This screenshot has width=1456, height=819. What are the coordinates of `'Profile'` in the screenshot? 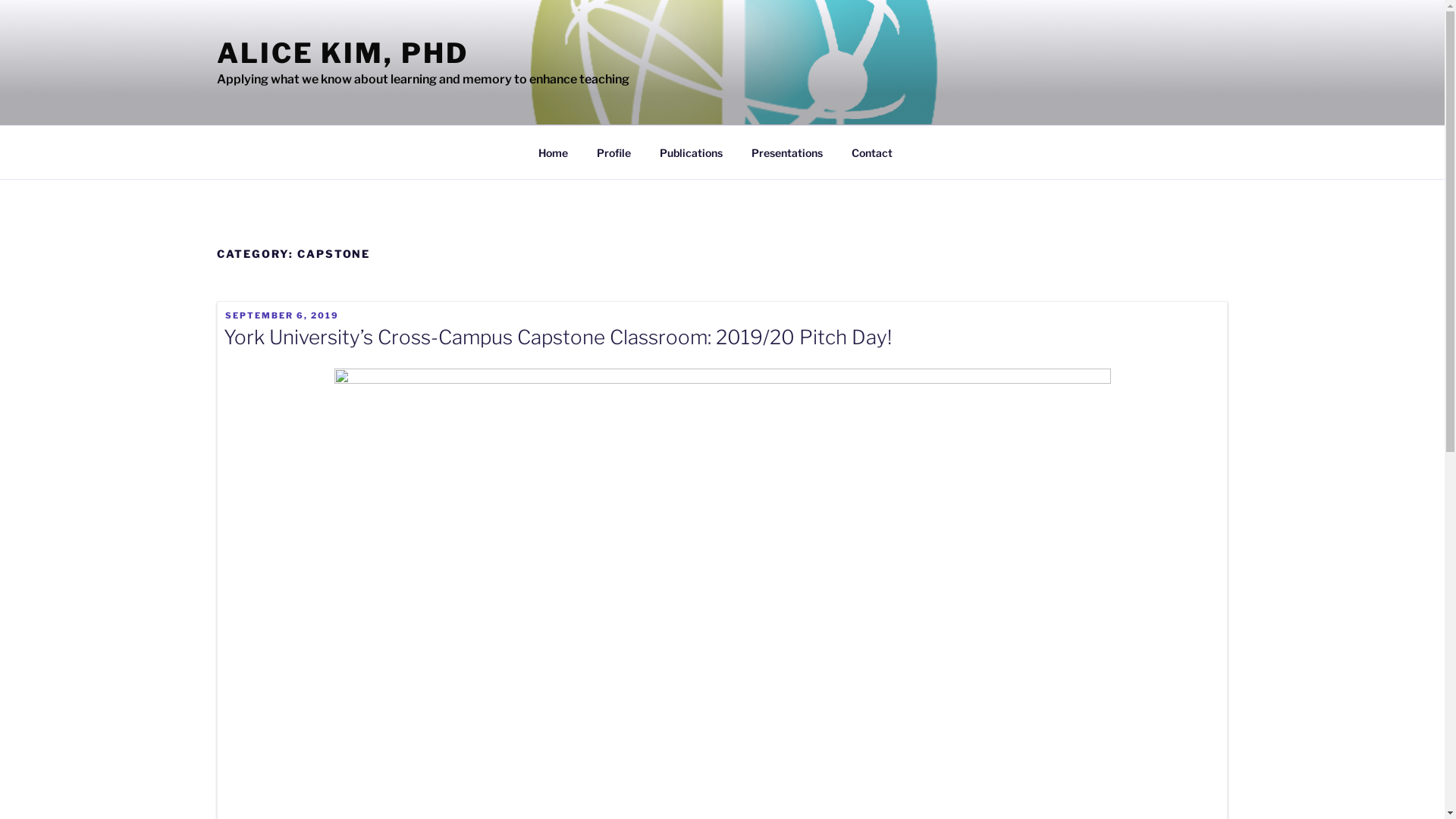 It's located at (614, 152).